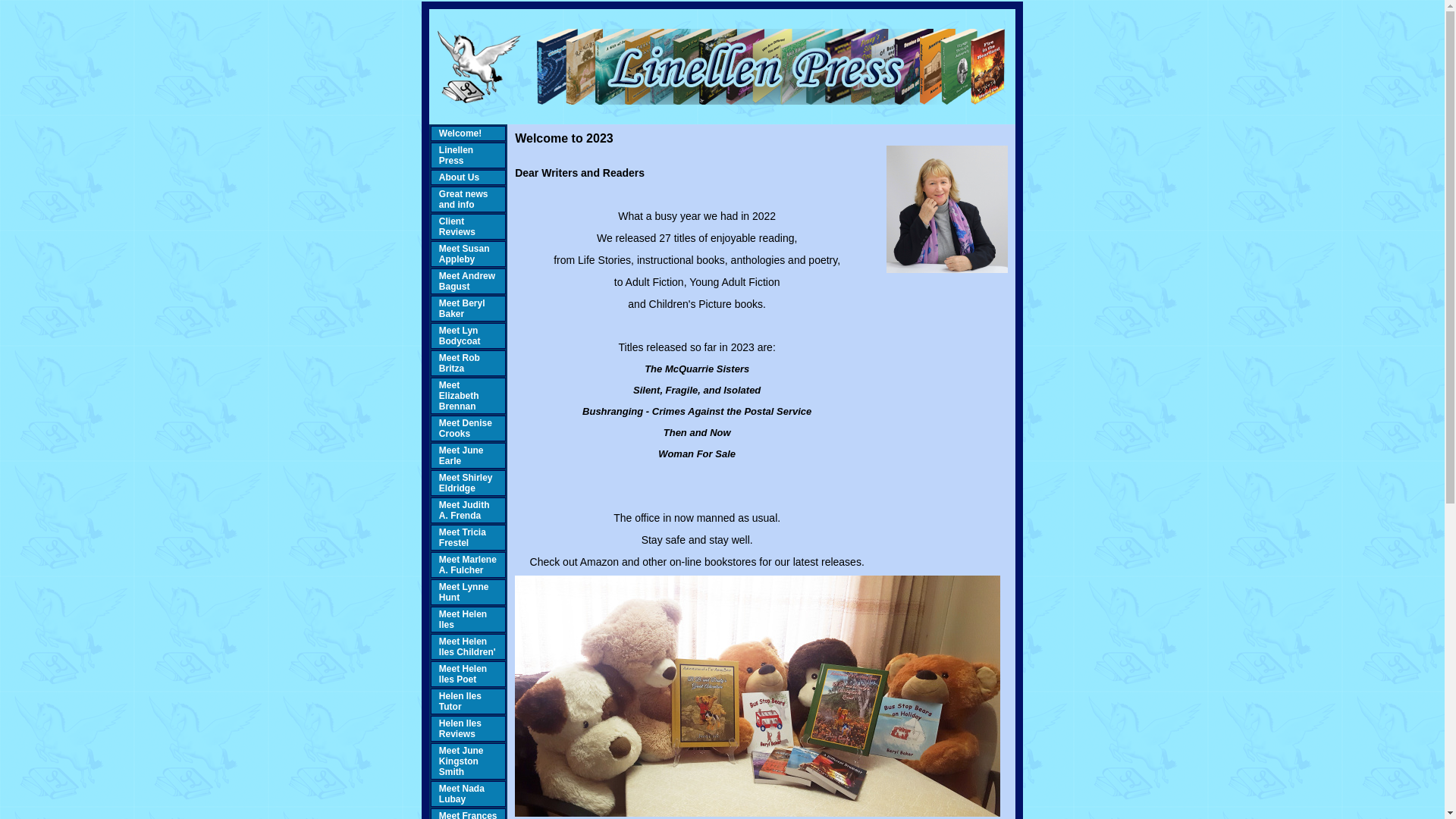 The image size is (1456, 819). Describe the element at coordinates (465, 482) in the screenshot. I see `'Meet Shirley Eldridge'` at that location.